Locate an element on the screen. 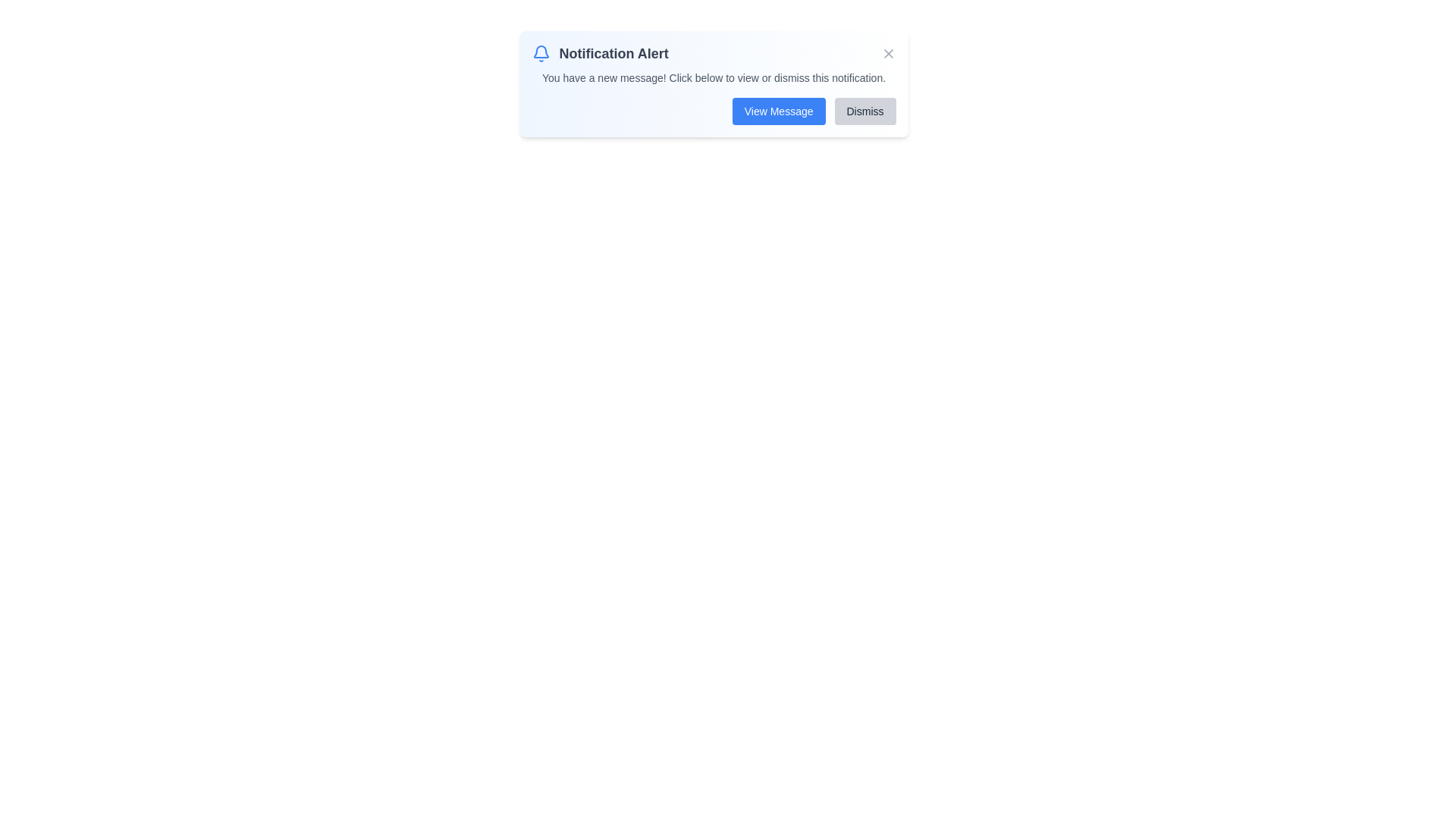 The image size is (1456, 819). the button labeled View Message to observe its hover effect is located at coordinates (779, 110).